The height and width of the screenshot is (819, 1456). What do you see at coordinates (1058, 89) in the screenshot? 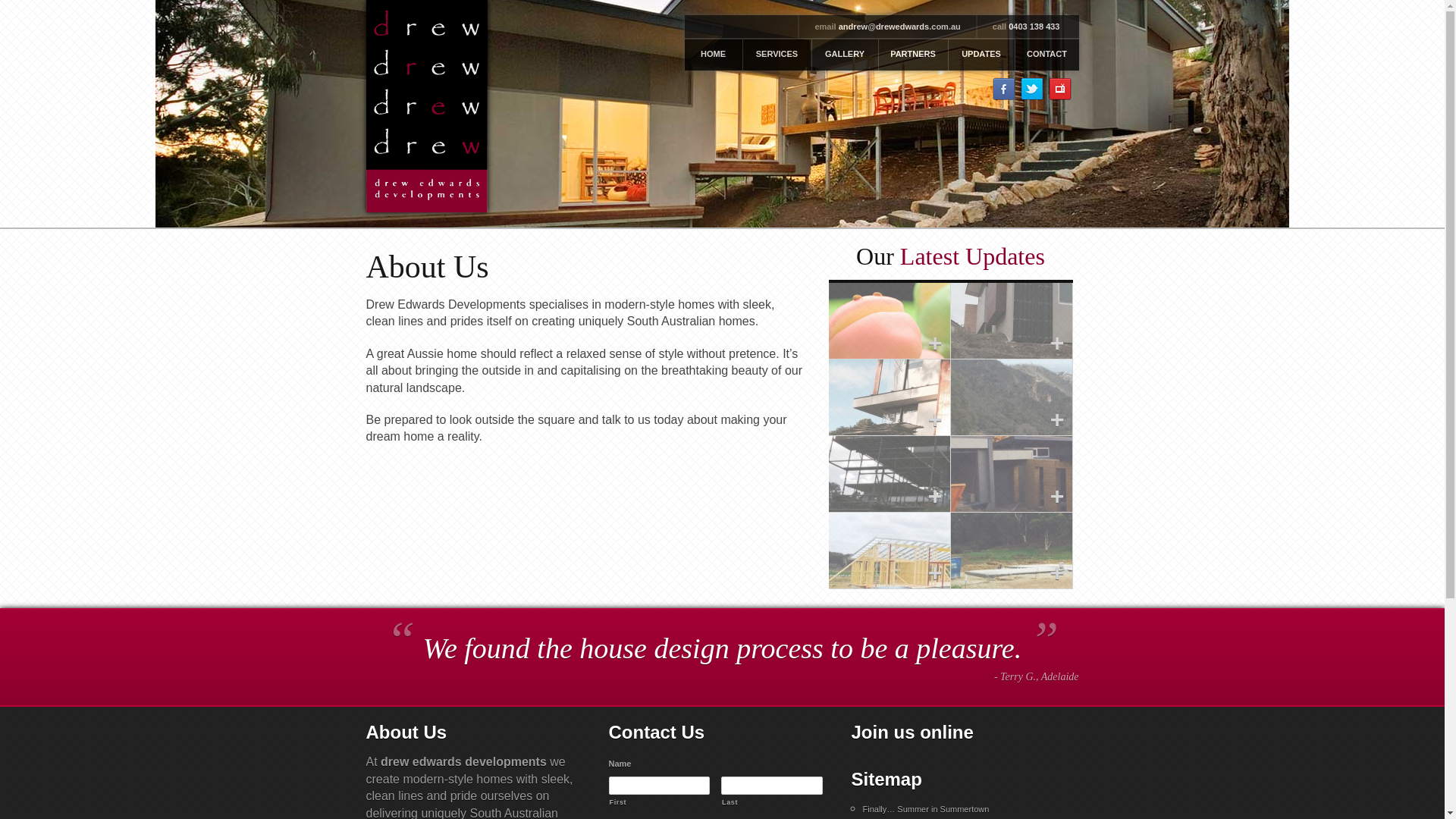
I see `'Watch us on YouTube'` at bounding box center [1058, 89].